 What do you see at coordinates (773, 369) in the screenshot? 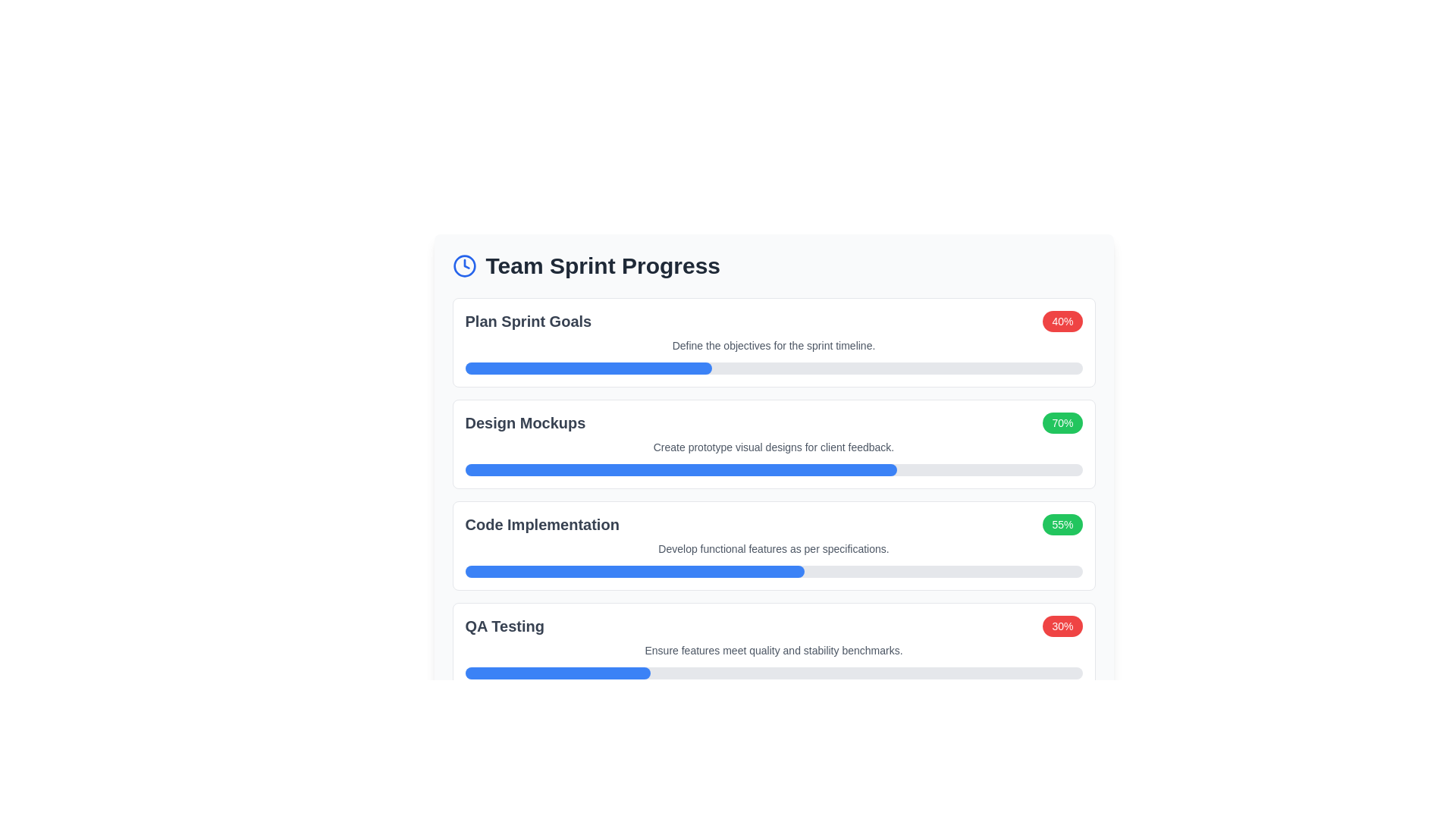
I see `the progress bar located in the 'Plan Sprint Goals' section of the 'Team Sprint Progress' interface, which visually represents a 40% completion of the associated task` at bounding box center [773, 369].